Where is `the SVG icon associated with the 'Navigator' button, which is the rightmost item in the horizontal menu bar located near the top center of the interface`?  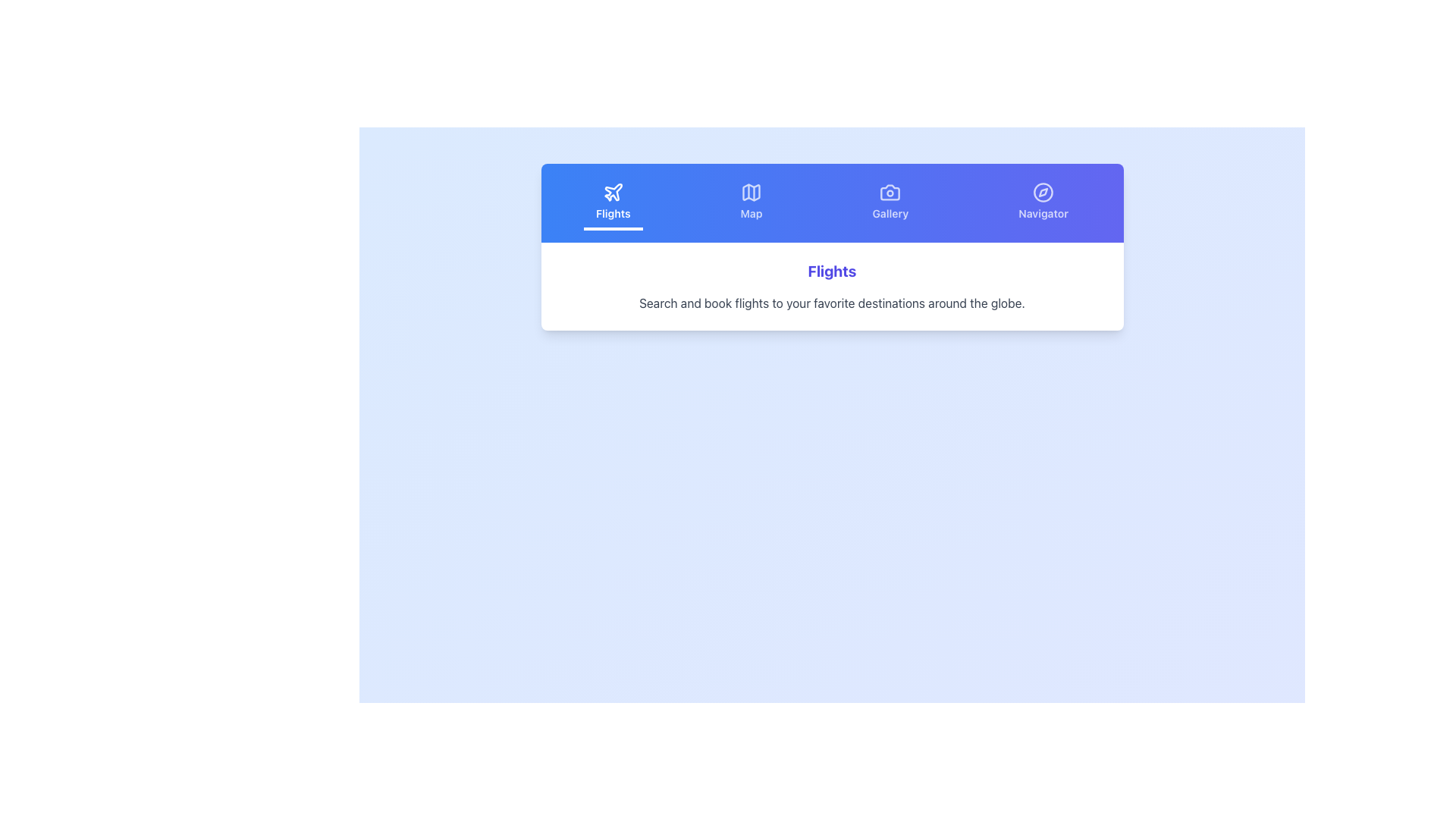 the SVG icon associated with the 'Navigator' button, which is the rightmost item in the horizontal menu bar located near the top center of the interface is located at coordinates (1043, 192).